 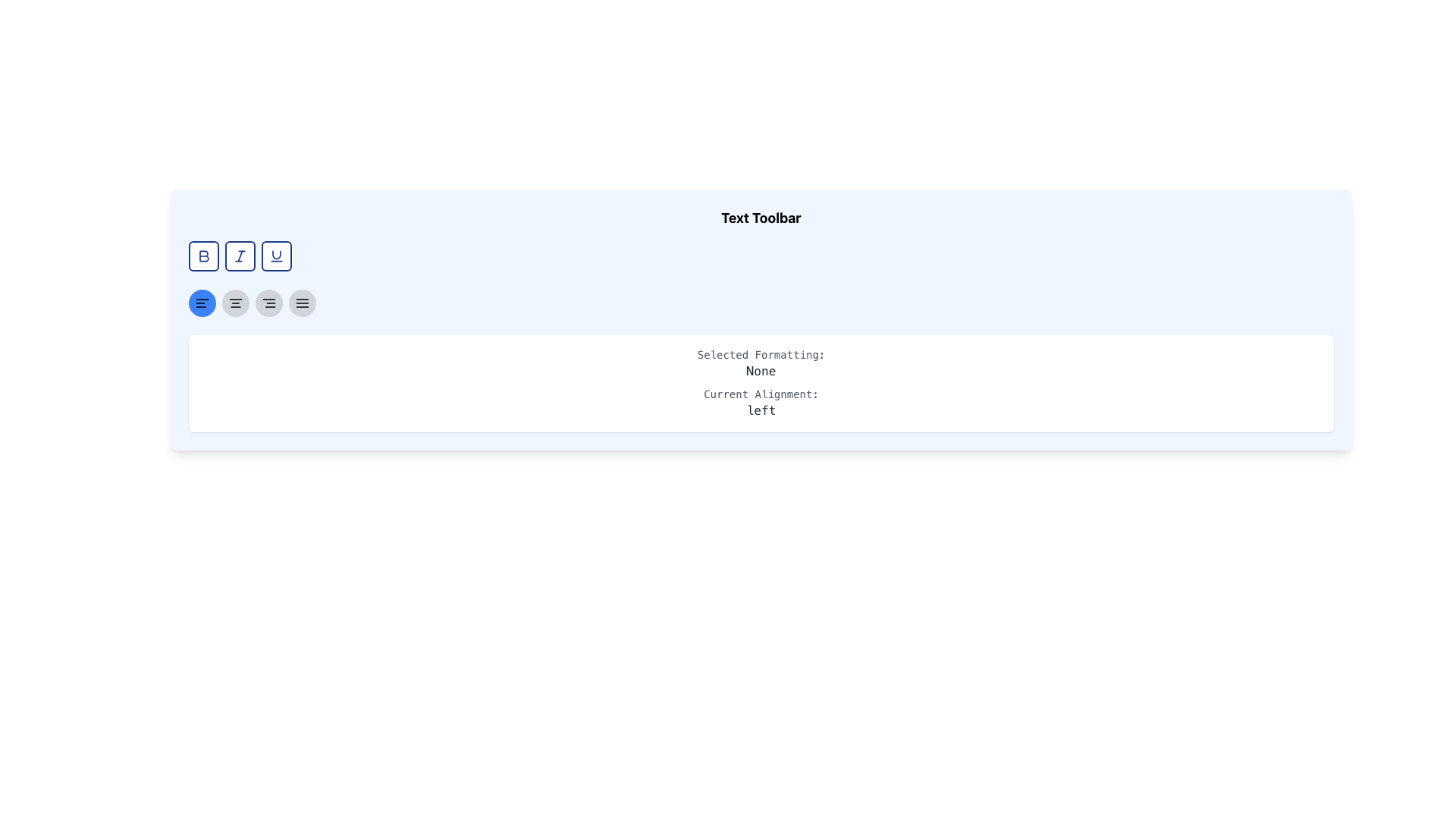 What do you see at coordinates (761, 394) in the screenshot?
I see `Text Label that indicates the current text alignment mode, positioned below the label 'None' and above the text 'left'` at bounding box center [761, 394].